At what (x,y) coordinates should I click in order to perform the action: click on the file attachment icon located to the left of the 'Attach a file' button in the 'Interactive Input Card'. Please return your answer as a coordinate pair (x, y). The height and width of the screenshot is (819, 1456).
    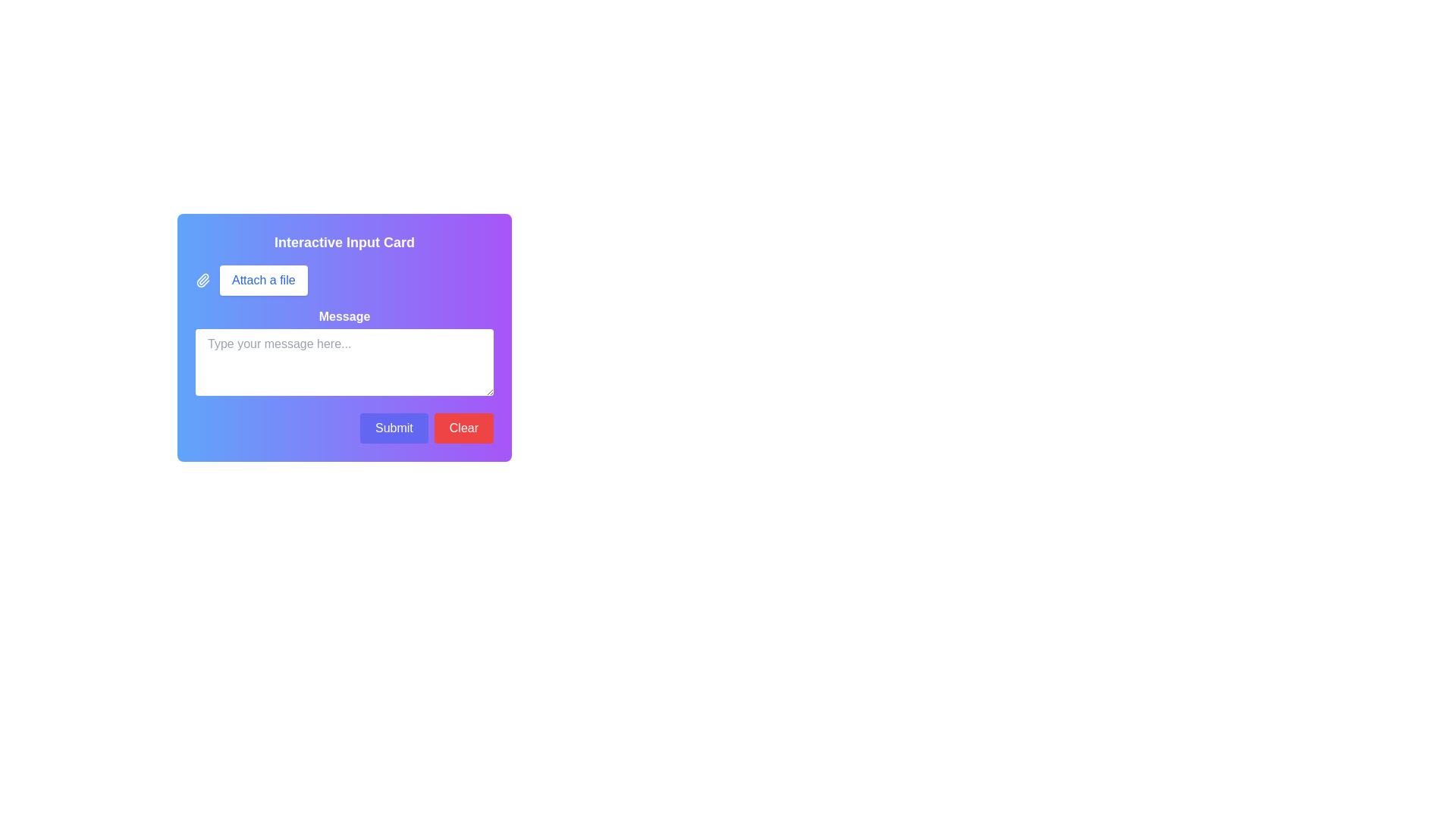
    Looking at the image, I should click on (202, 281).